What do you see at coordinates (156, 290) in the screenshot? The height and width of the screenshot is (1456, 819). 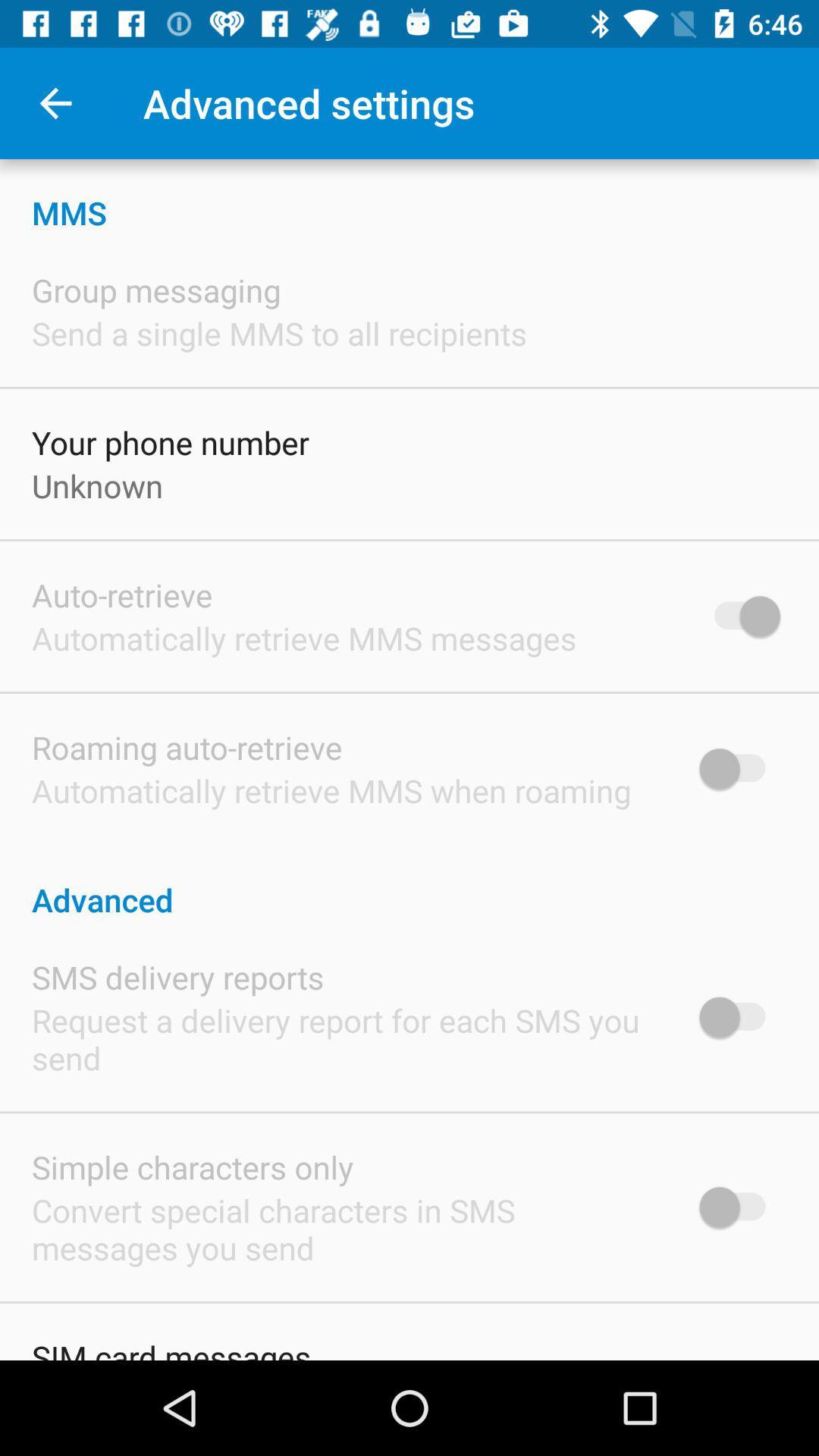 I see `group messaging item` at bounding box center [156, 290].